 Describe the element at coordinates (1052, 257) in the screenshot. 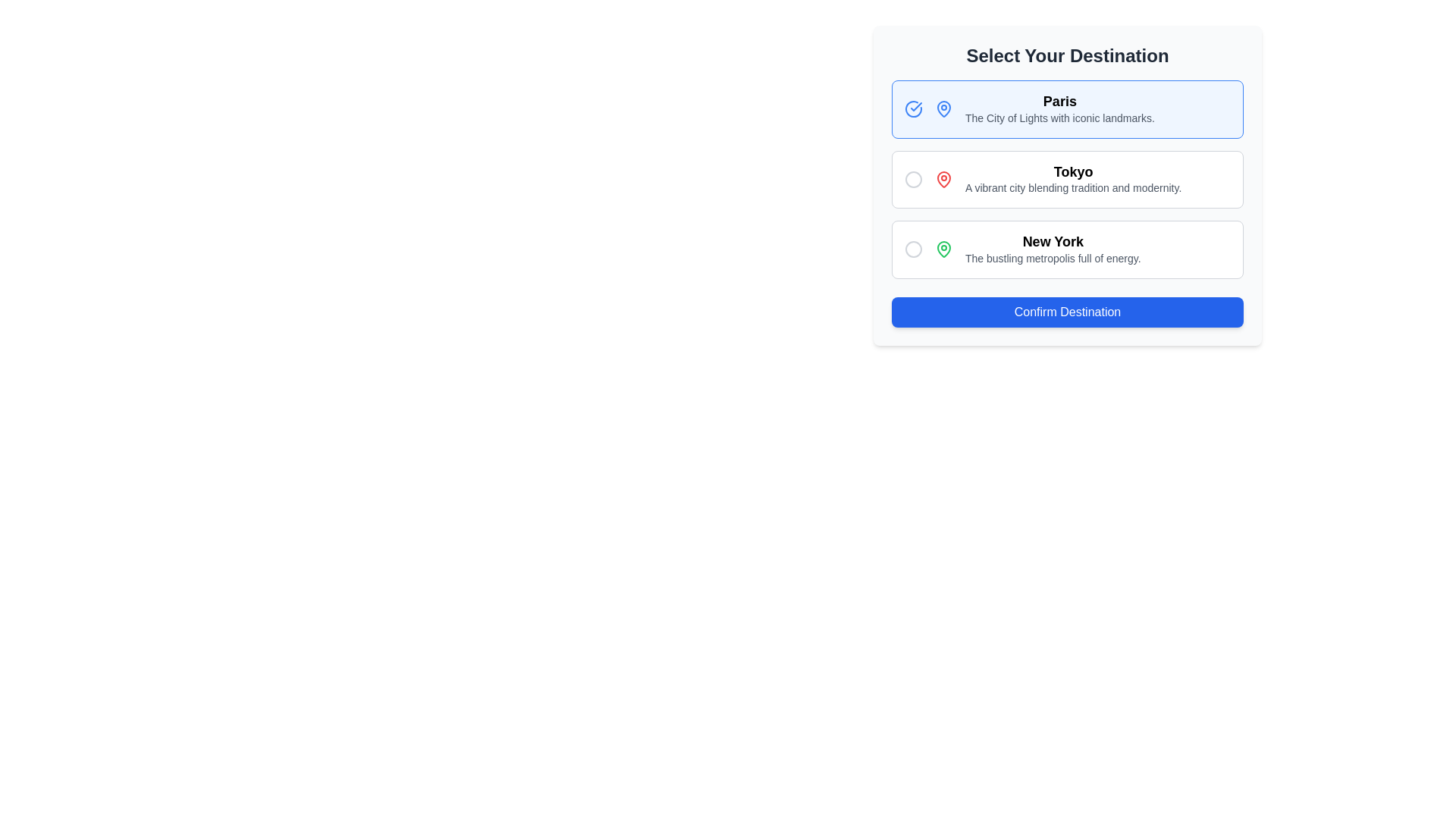

I see `the text element reading 'The bustling metropolis full of energy.' which is styled in a small gray font and located below the title 'New York' in the 'Select Your Destination' interface` at that location.